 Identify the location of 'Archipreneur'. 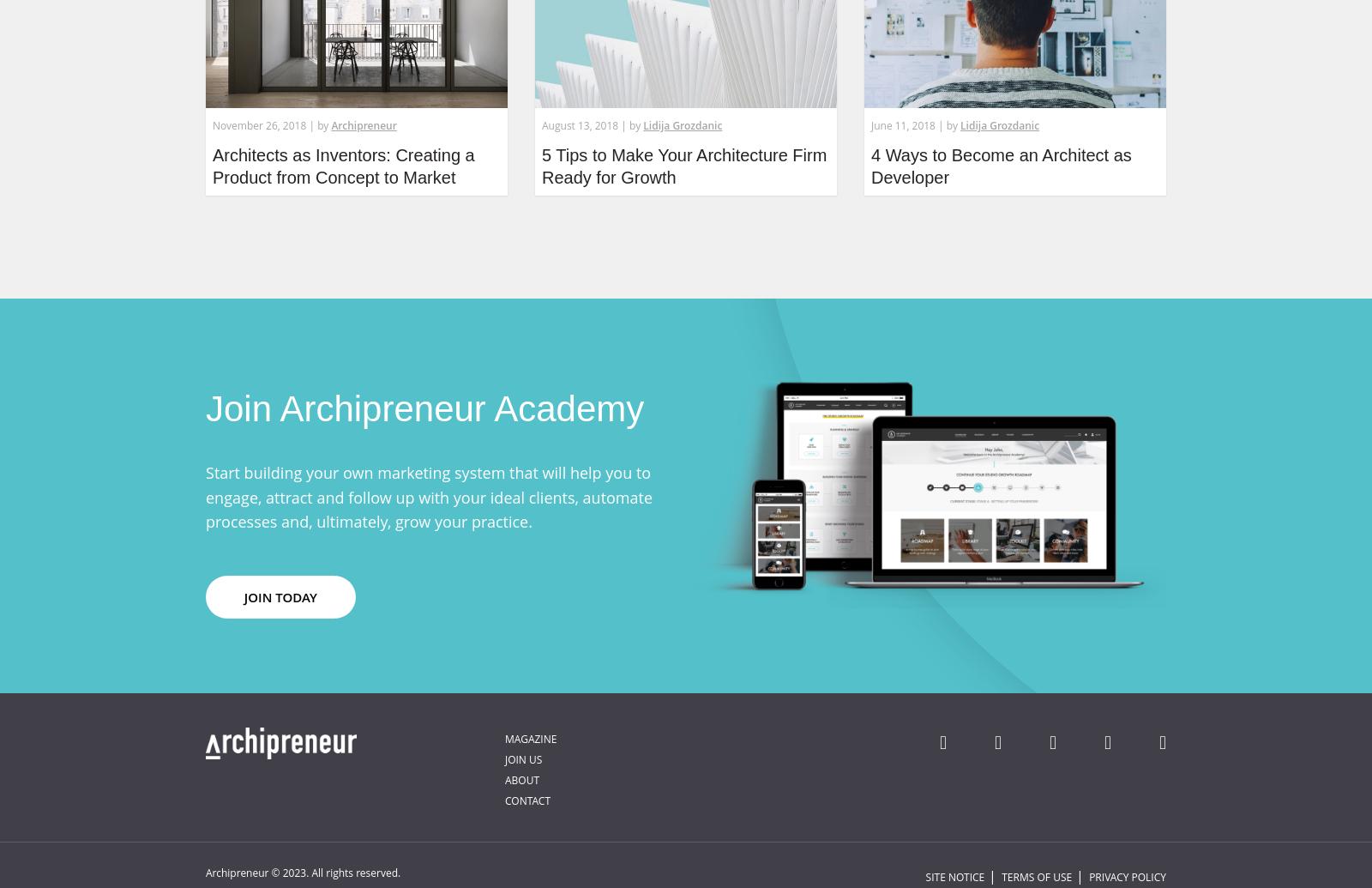
(363, 125).